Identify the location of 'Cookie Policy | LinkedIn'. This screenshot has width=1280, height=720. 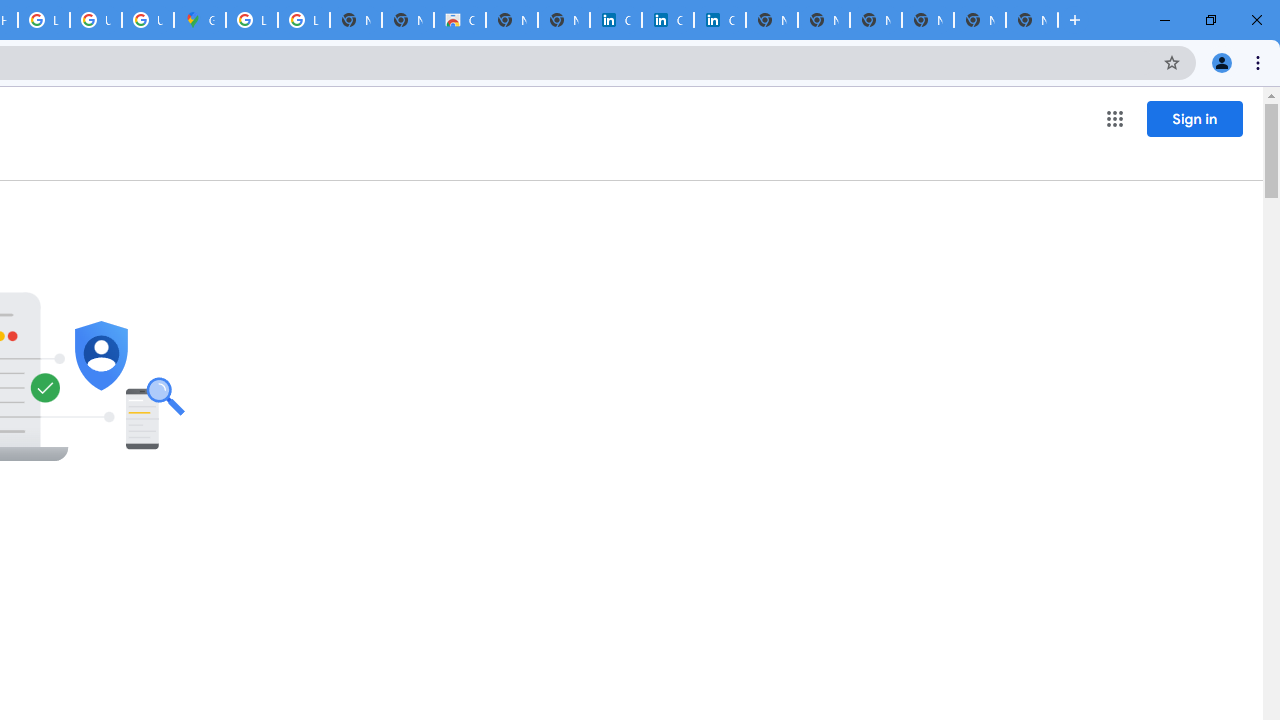
(615, 20).